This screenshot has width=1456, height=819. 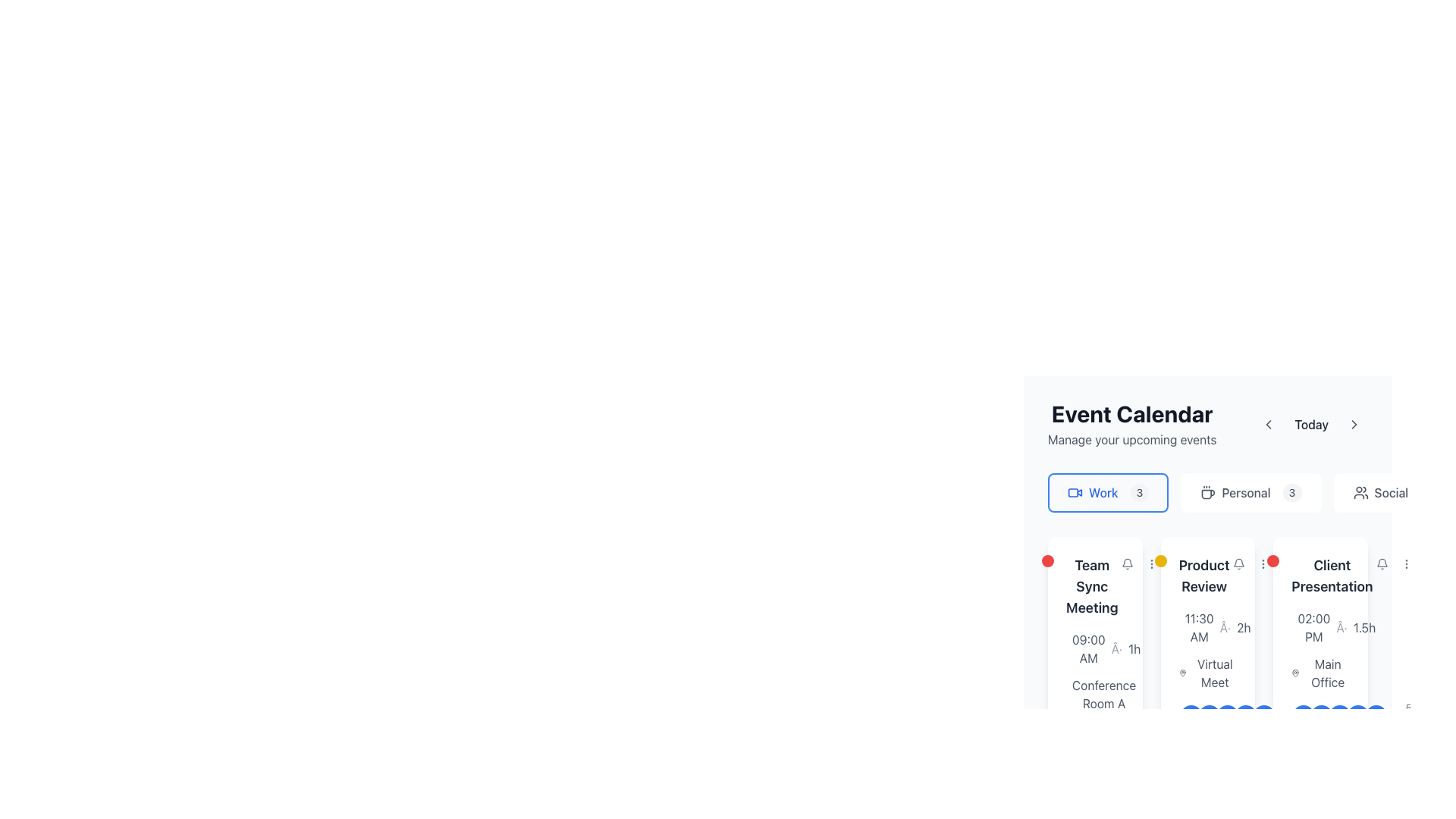 I want to click on the avatar text element in the circular badge located at the bottom-right corner of the user interface, so click(x=1376, y=716).